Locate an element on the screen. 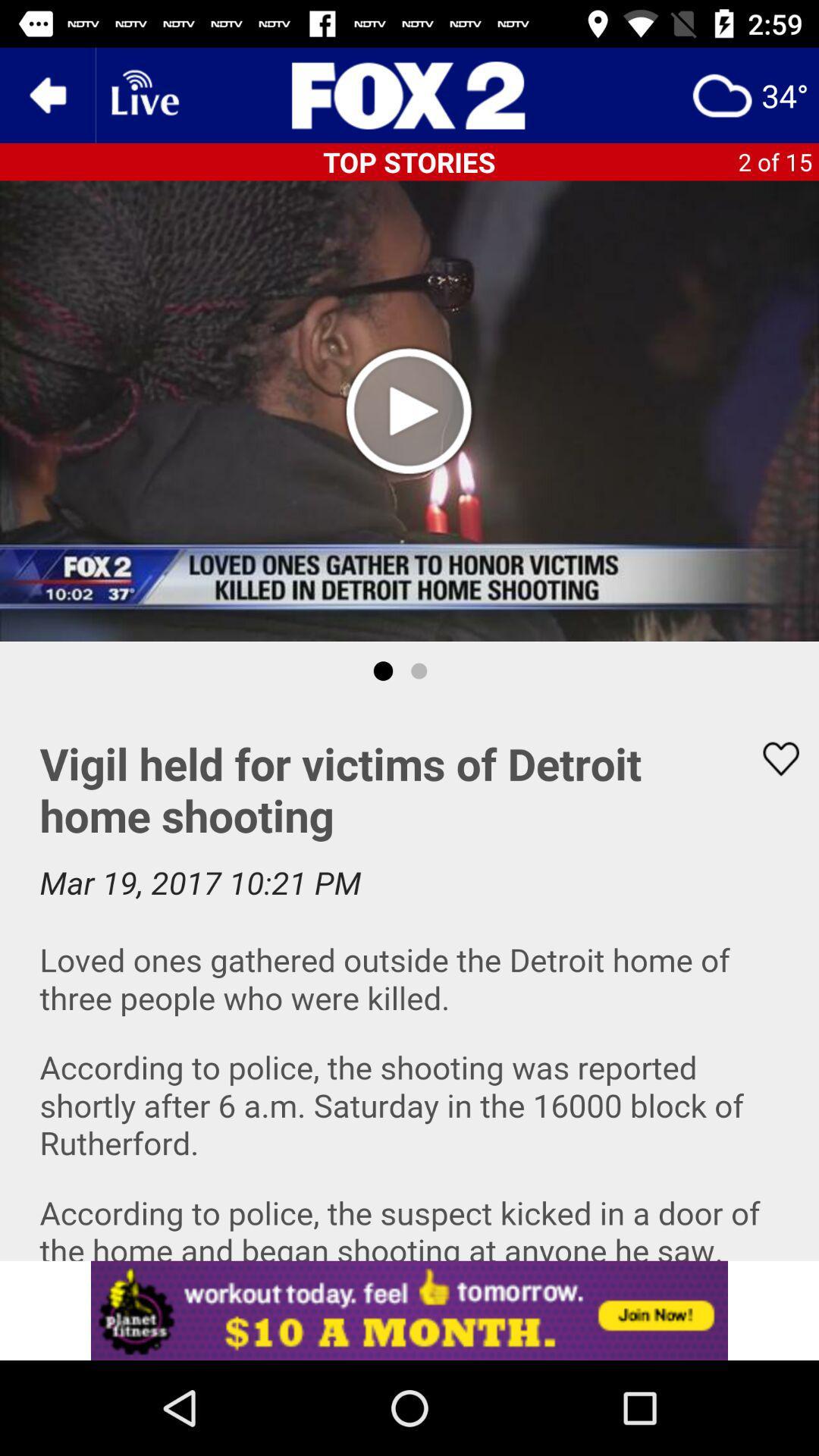 The width and height of the screenshot is (819, 1456). previous is located at coordinates (46, 94).